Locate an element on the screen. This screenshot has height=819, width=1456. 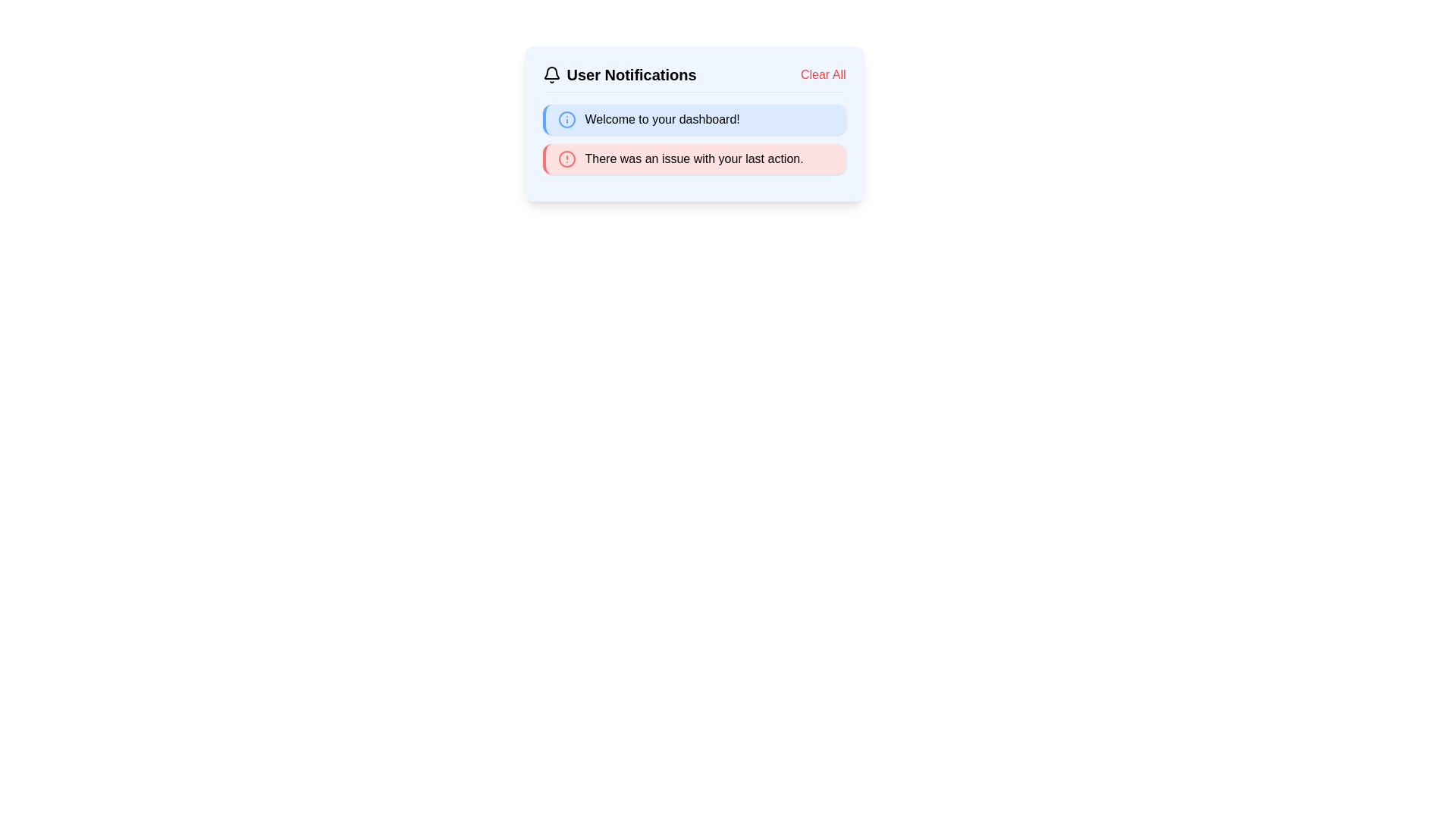
the circular graphical component within the informational icon, which is part of a notification list item containing the text 'Welcome to your dashboard!', highlighted in blue is located at coordinates (566, 119).